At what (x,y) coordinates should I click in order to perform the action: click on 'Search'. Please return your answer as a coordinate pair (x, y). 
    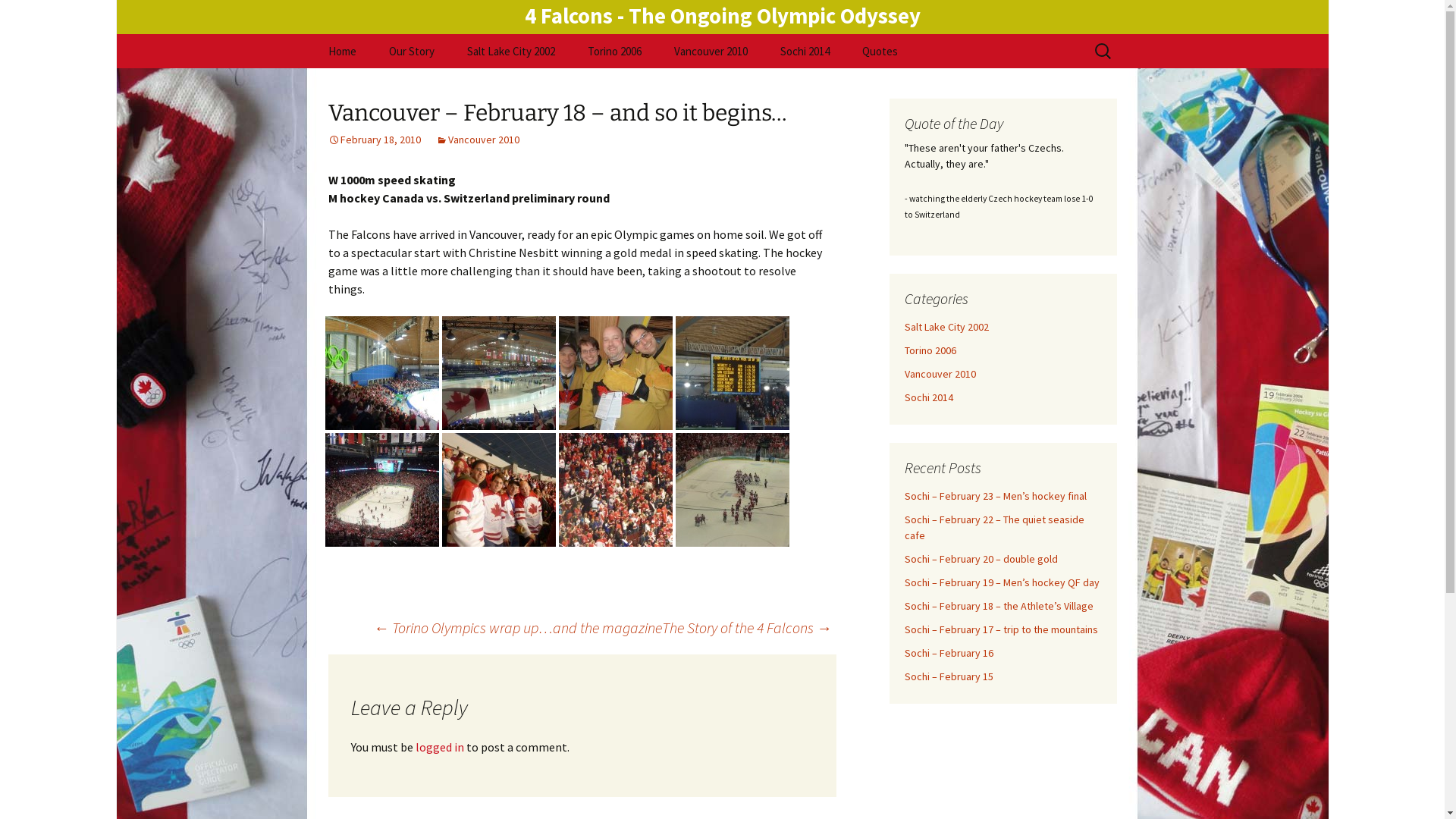
    Looking at the image, I should click on (18, 17).